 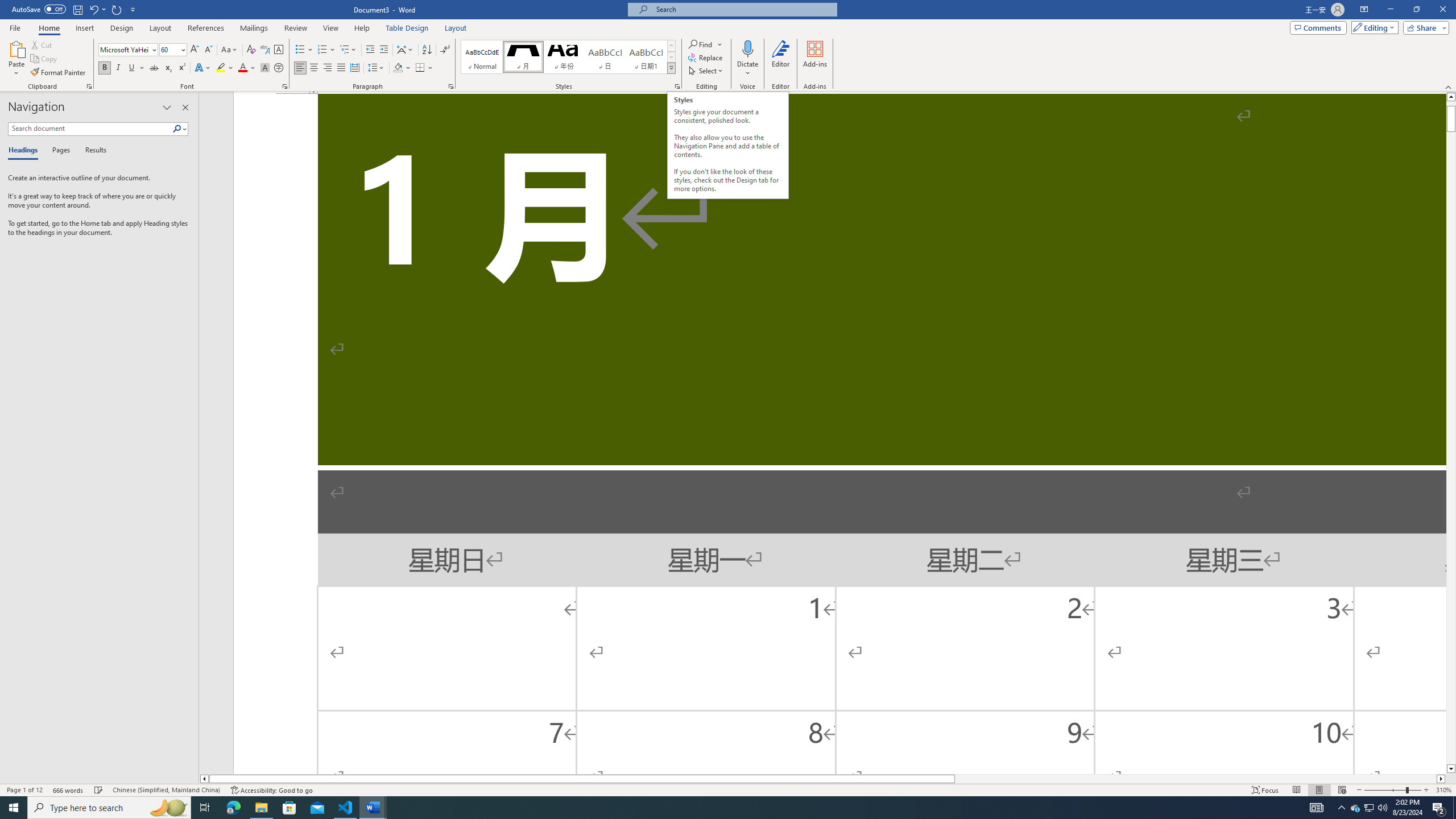 What do you see at coordinates (14, 27) in the screenshot?
I see `'File Tab'` at bounding box center [14, 27].